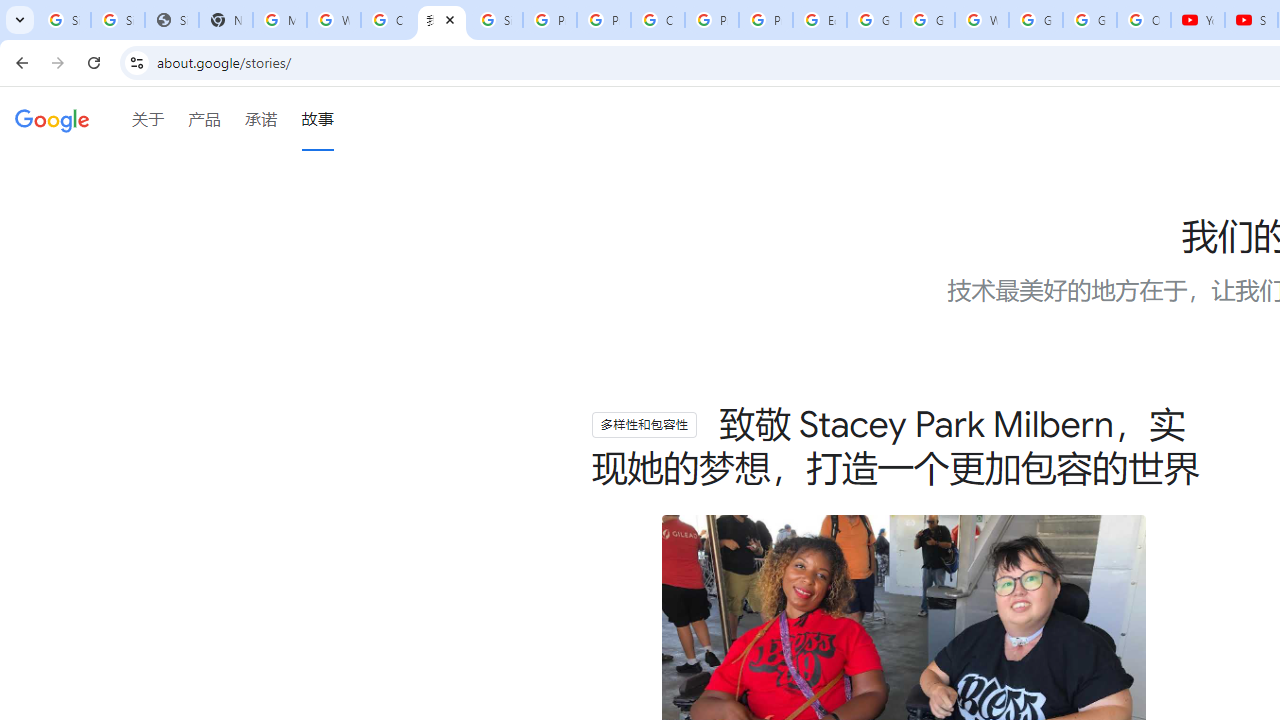 This screenshot has width=1280, height=720. Describe the element at coordinates (116, 20) in the screenshot. I see `'Sign in - Google Accounts'` at that location.